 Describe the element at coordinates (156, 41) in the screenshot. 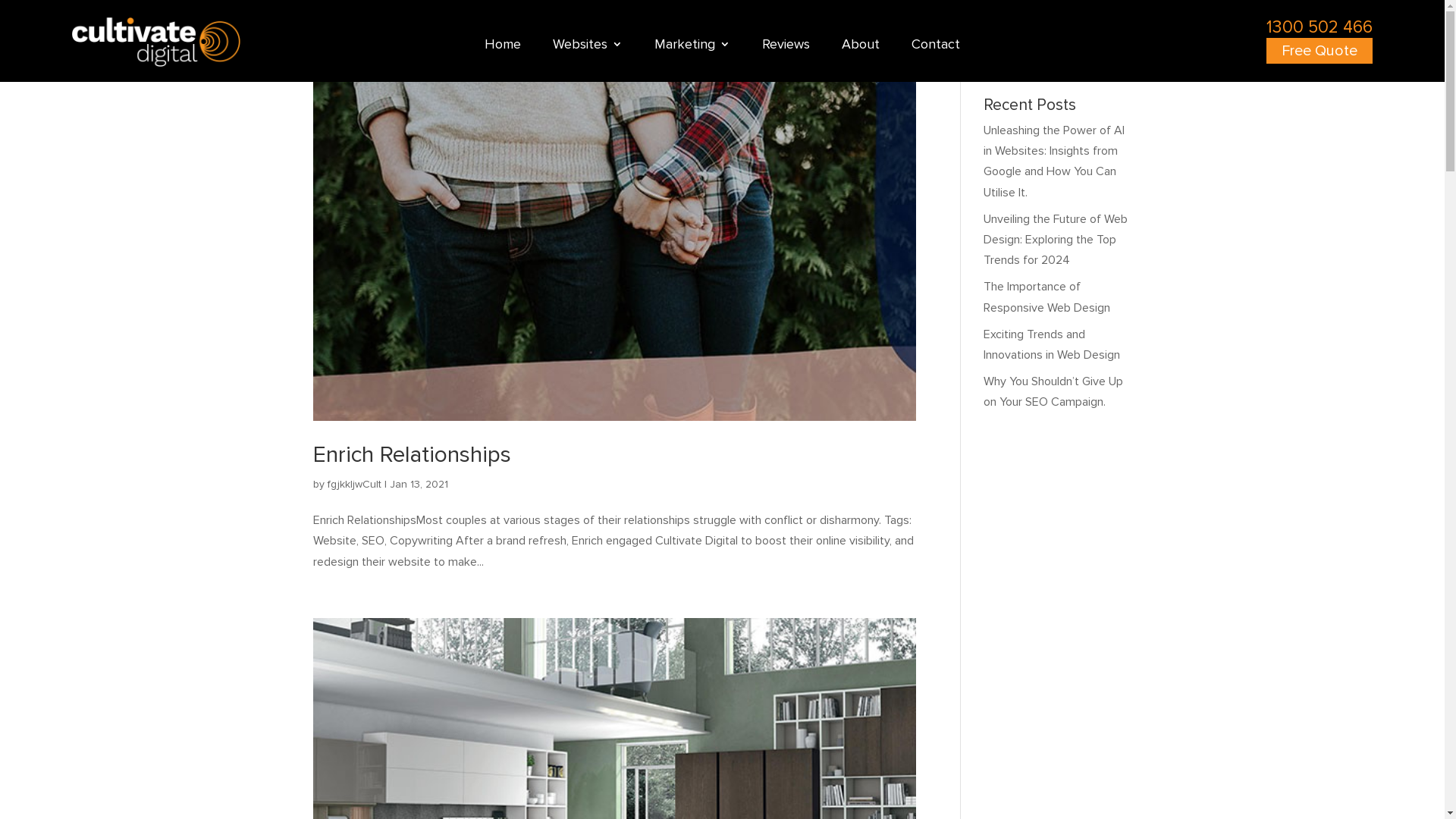

I see `'Cultivate Digital'` at that location.